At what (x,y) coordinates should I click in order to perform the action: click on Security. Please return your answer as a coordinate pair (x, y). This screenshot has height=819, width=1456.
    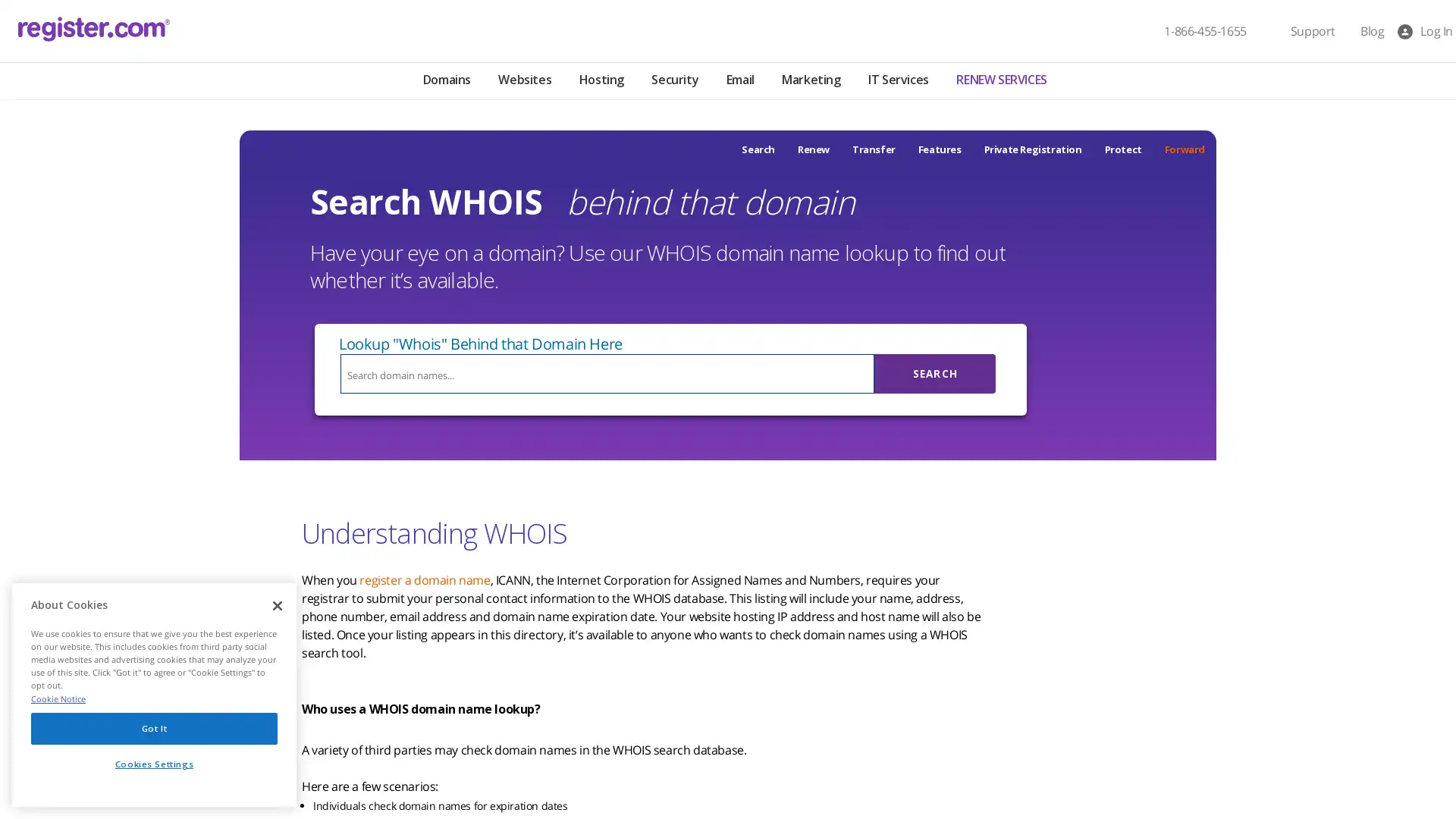
    Looking at the image, I should click on (673, 81).